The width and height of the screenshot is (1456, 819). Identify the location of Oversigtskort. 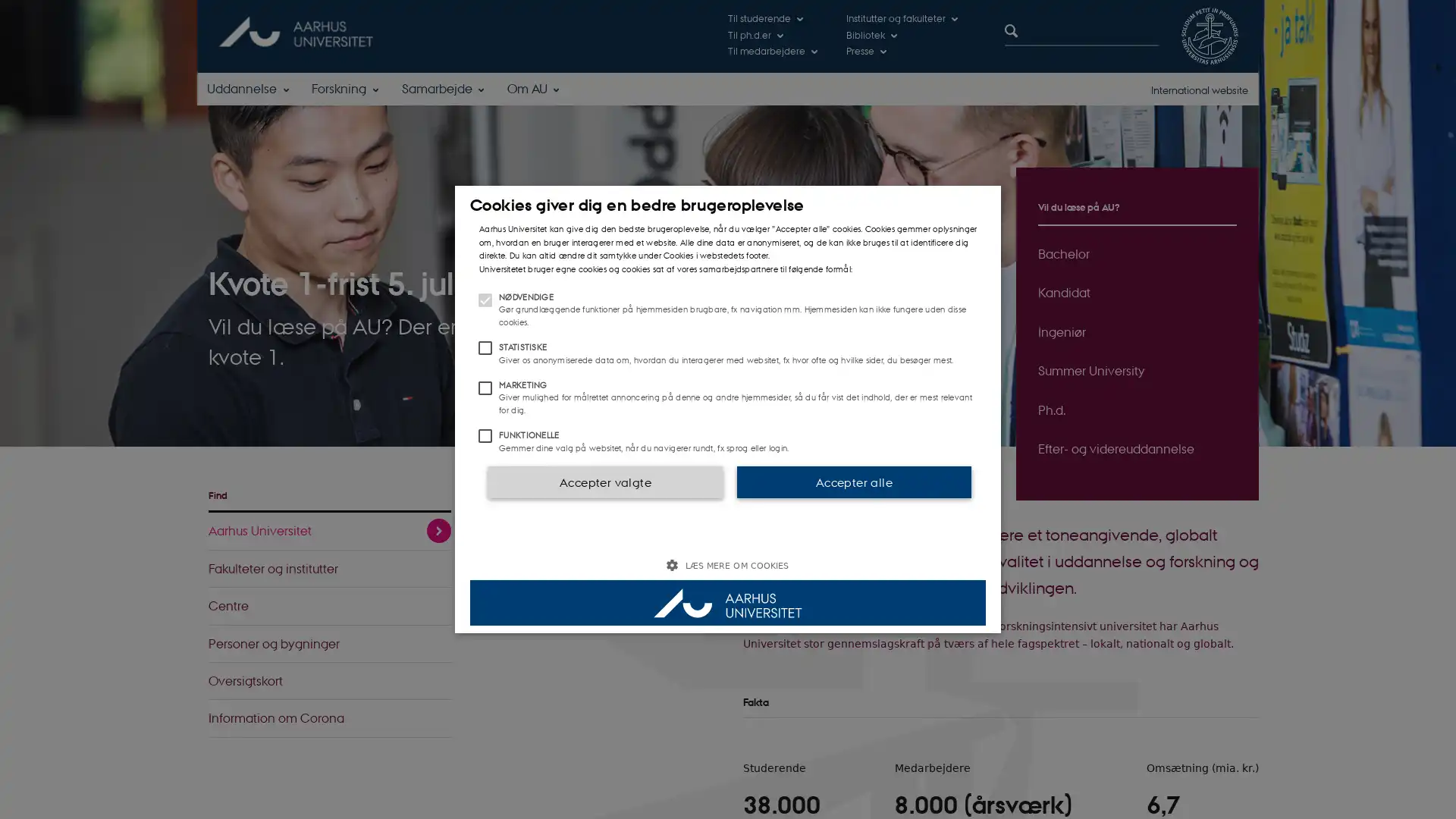
(329, 679).